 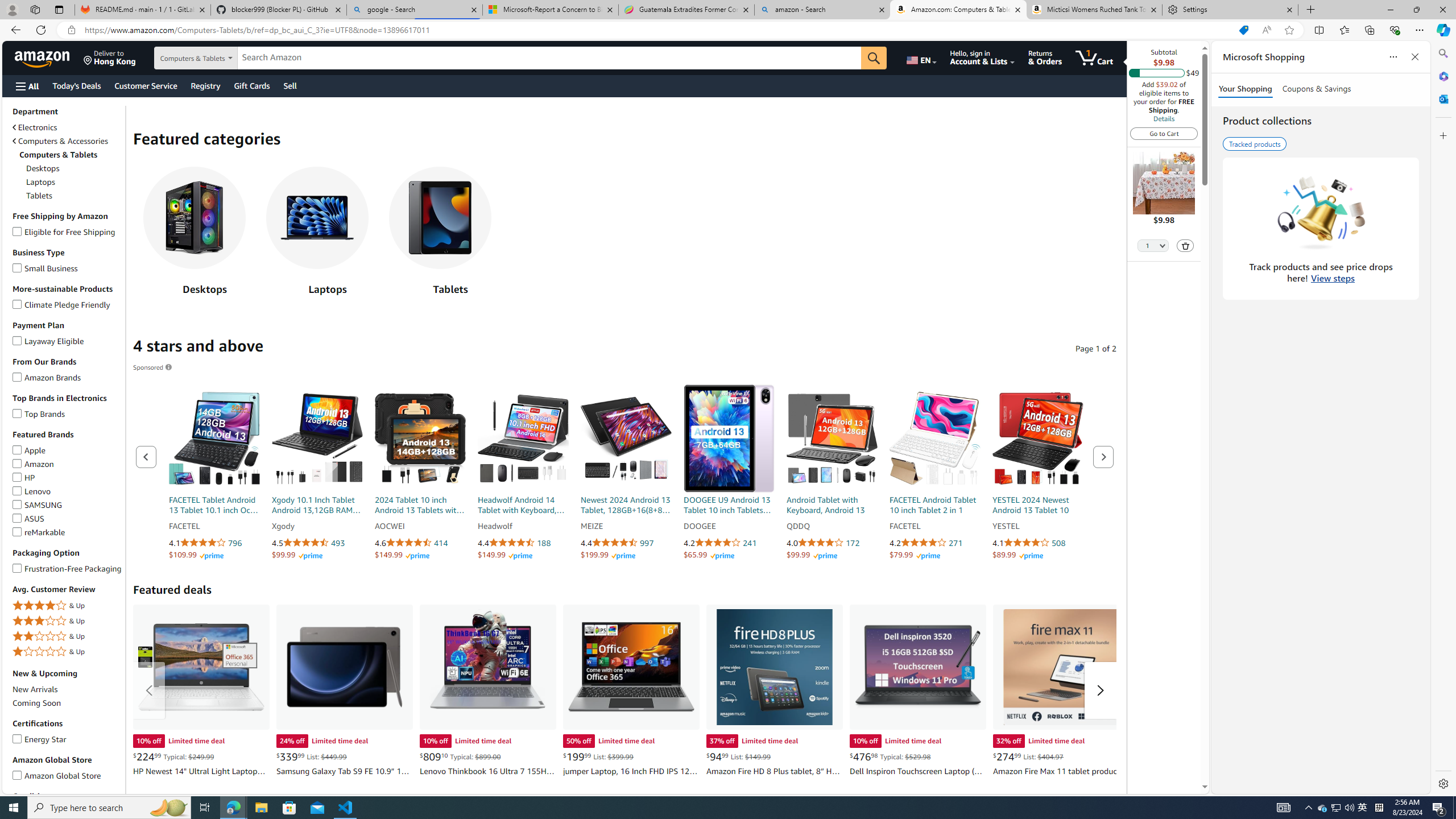 What do you see at coordinates (289, 85) in the screenshot?
I see `'Sell'` at bounding box center [289, 85].